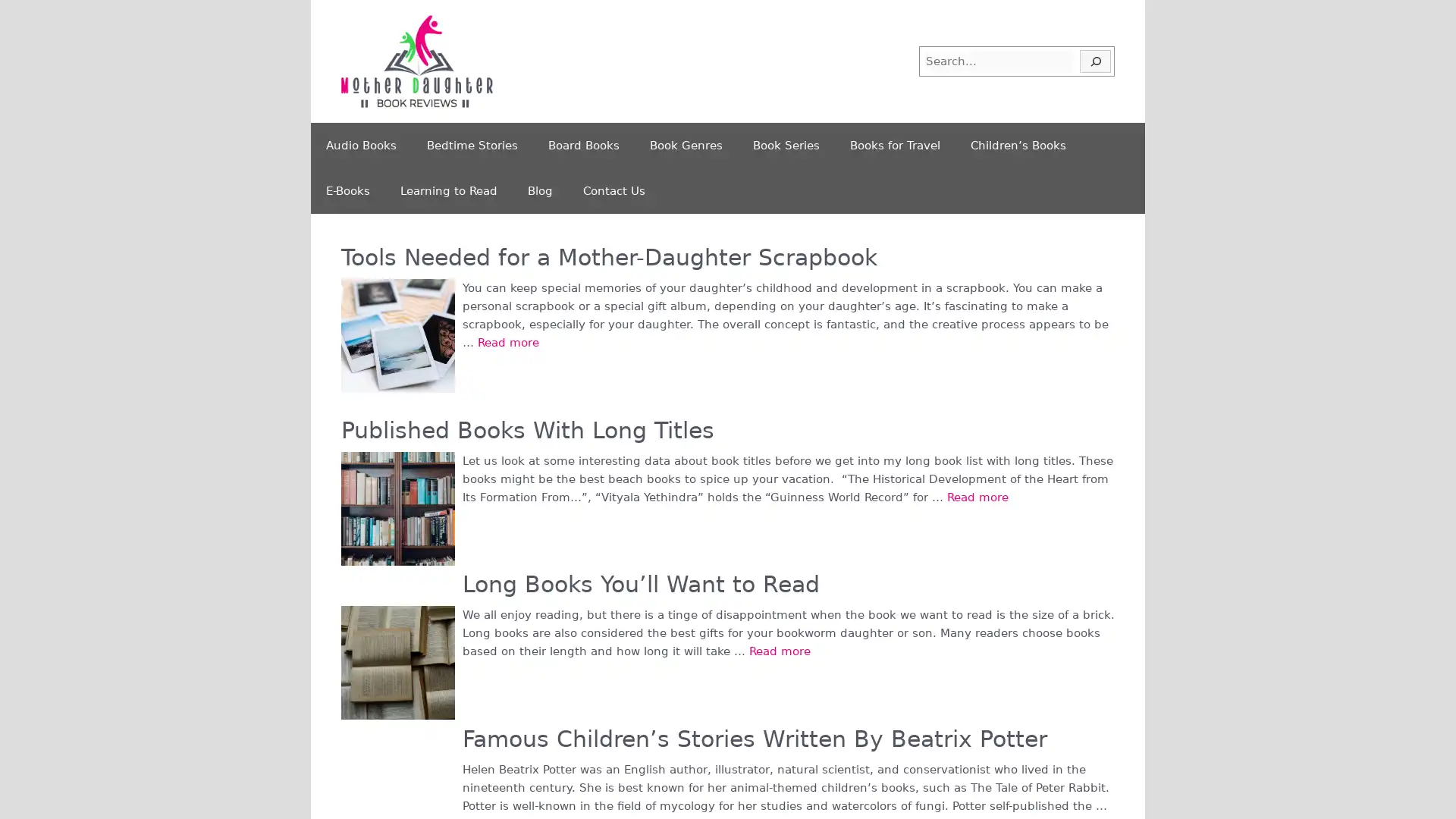  I want to click on Search, so click(1095, 61).